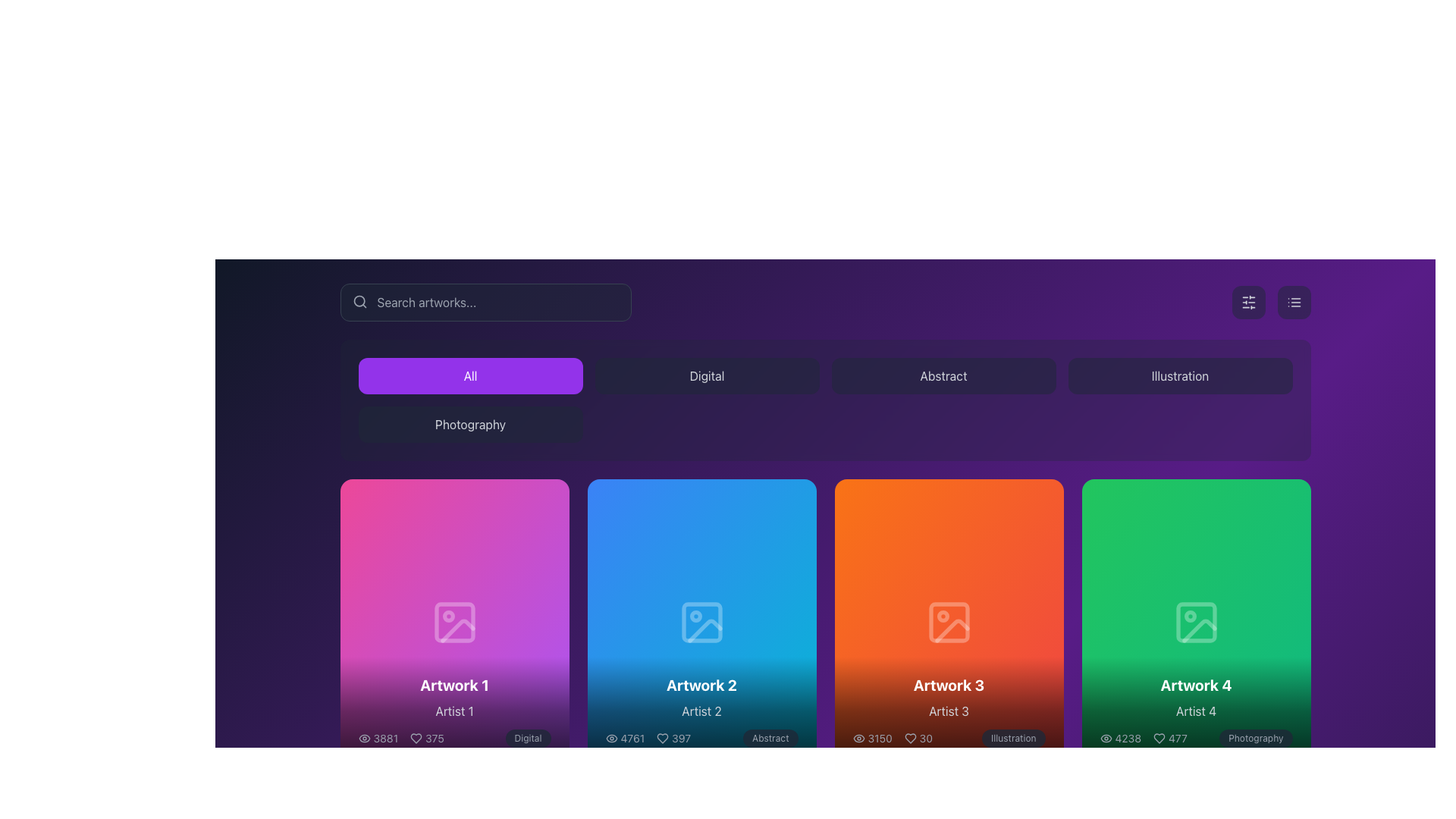  I want to click on the text label that identifies the artwork displayed on the orange card, which is the third card in a horizontal set of cards, so click(948, 685).